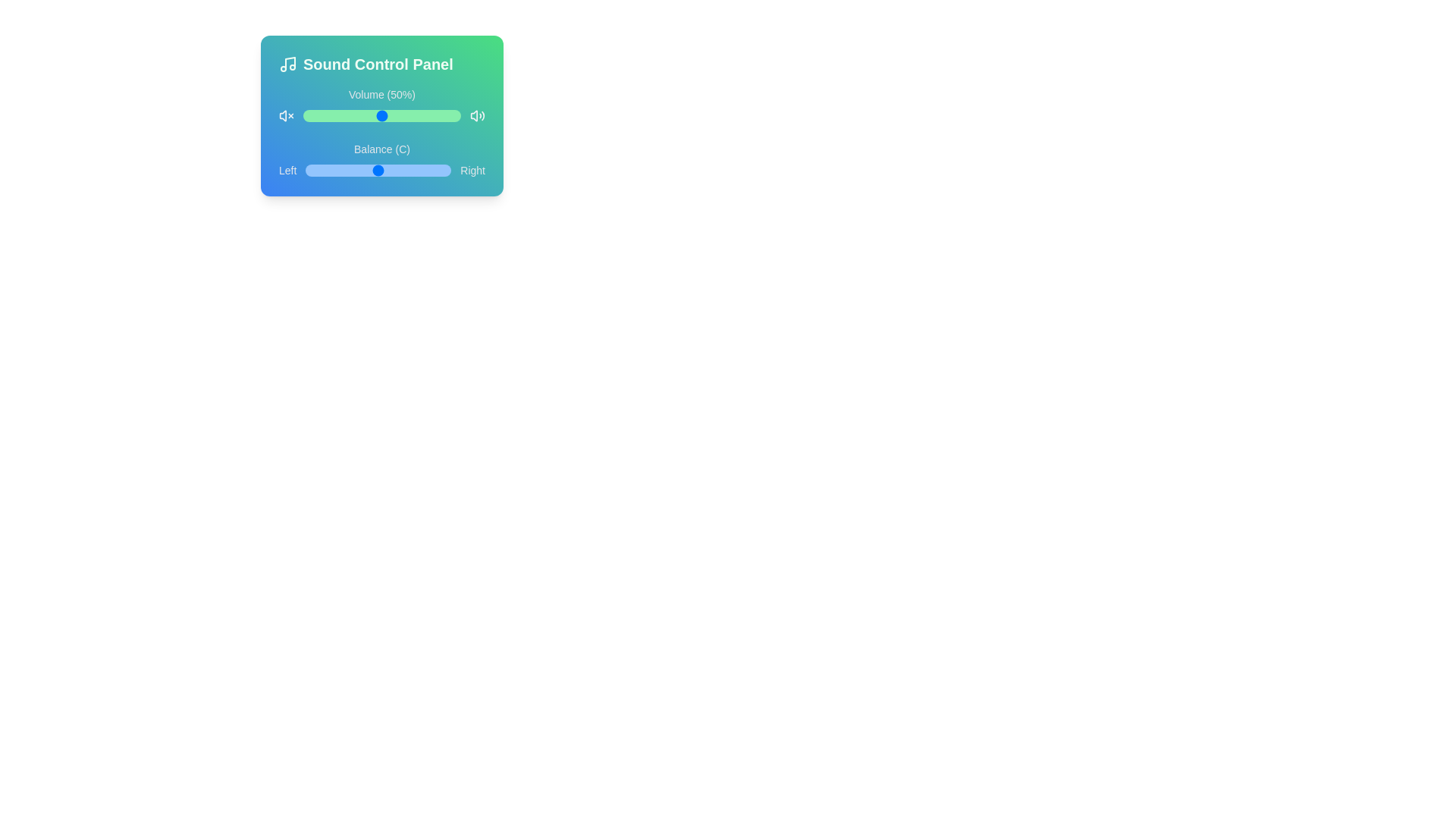 The width and height of the screenshot is (1456, 819). Describe the element at coordinates (287, 115) in the screenshot. I see `the muted speaker icon located at the leftmost side of the top row within the Sound Control Panel` at that location.